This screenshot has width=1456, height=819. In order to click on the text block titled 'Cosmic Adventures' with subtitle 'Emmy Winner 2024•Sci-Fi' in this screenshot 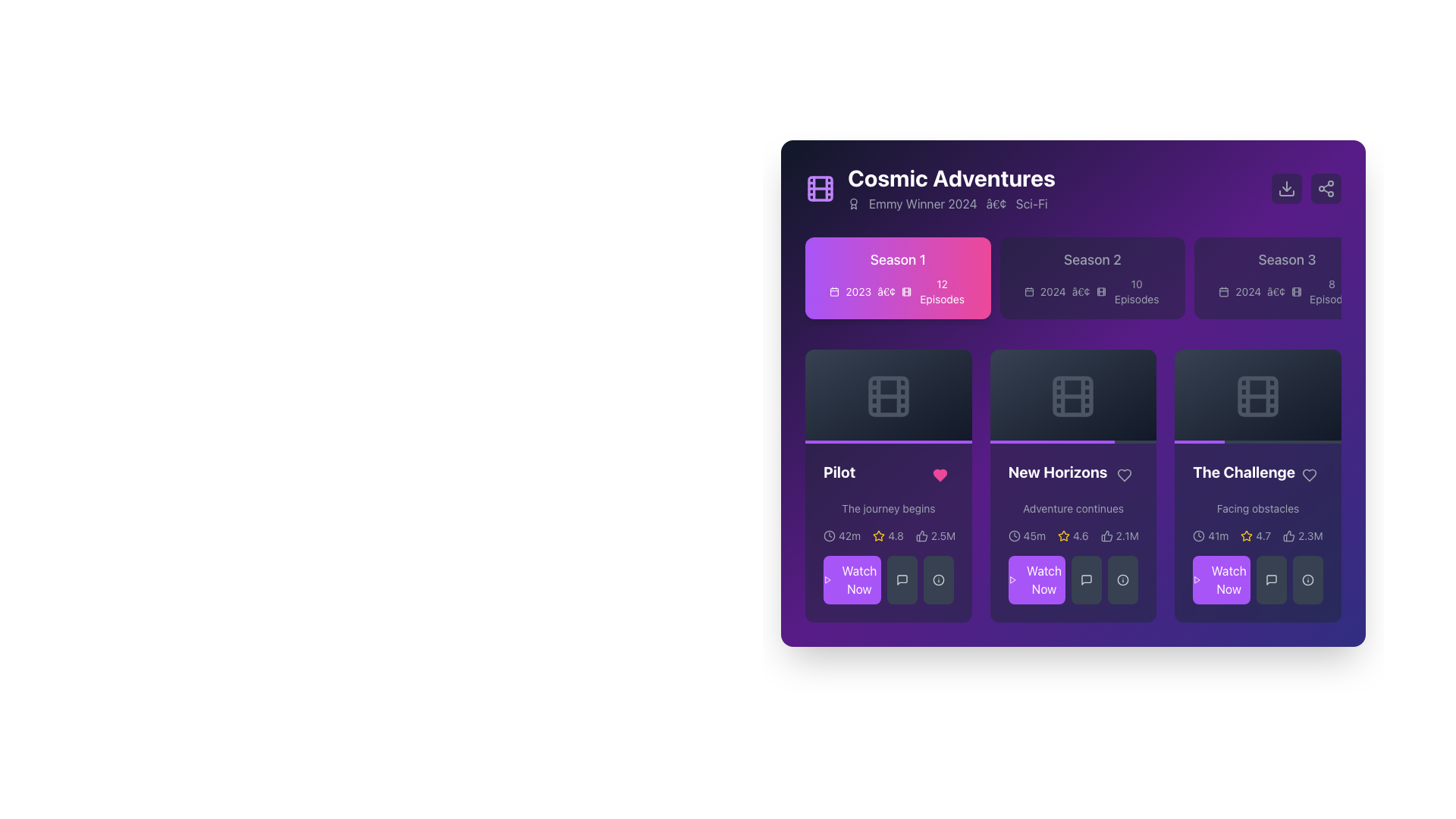, I will do `click(950, 188)`.